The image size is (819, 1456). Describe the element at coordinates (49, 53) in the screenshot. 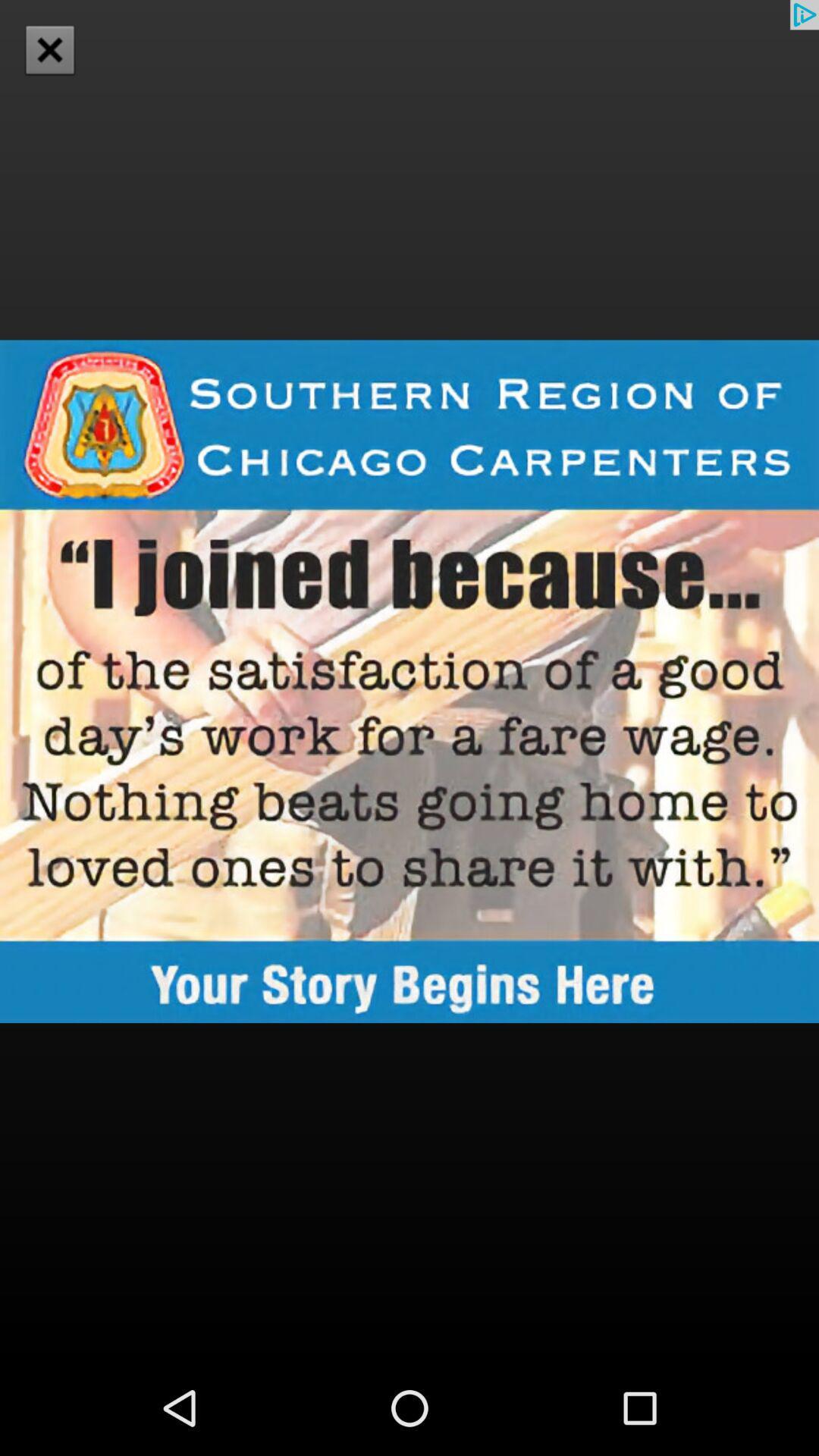

I see `the close icon` at that location.